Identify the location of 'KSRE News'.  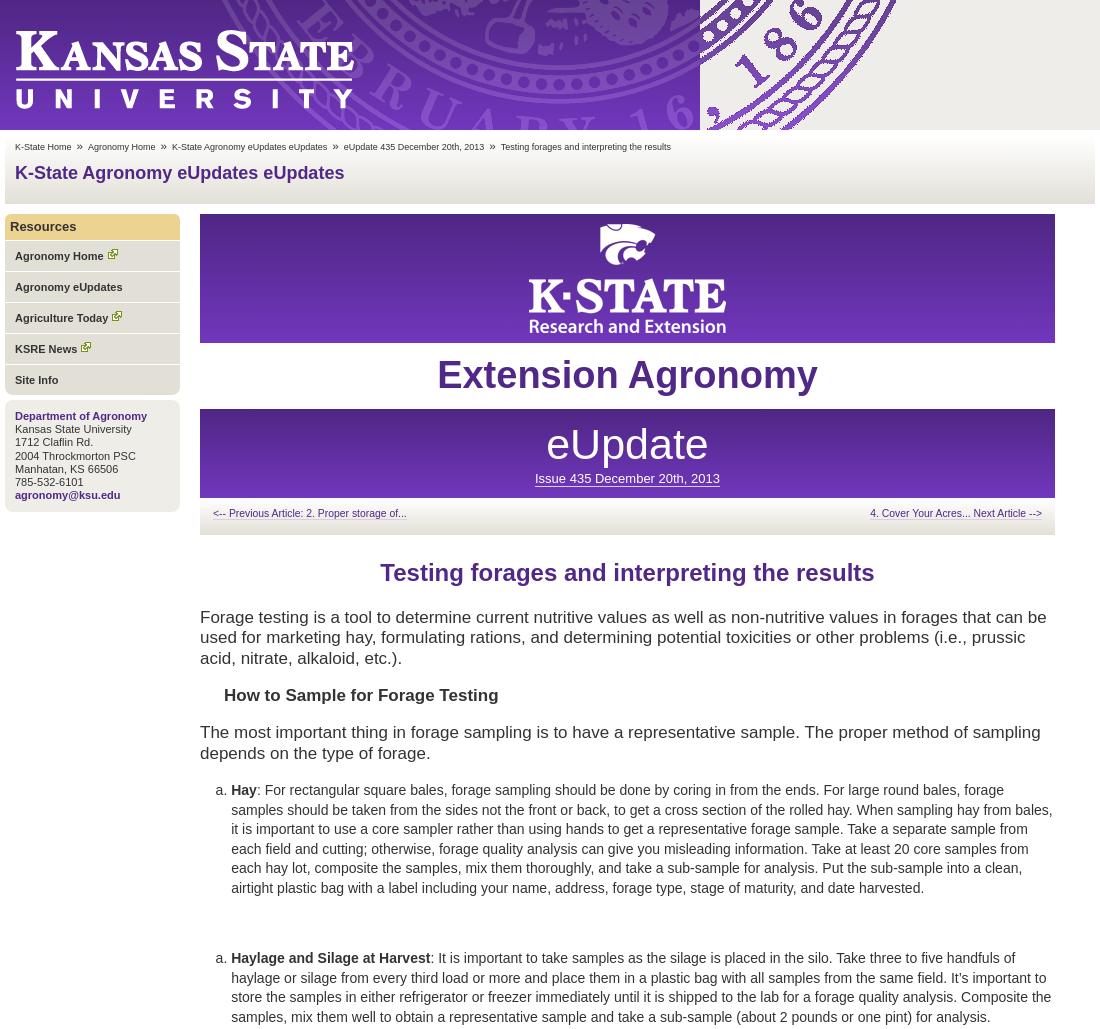
(13, 348).